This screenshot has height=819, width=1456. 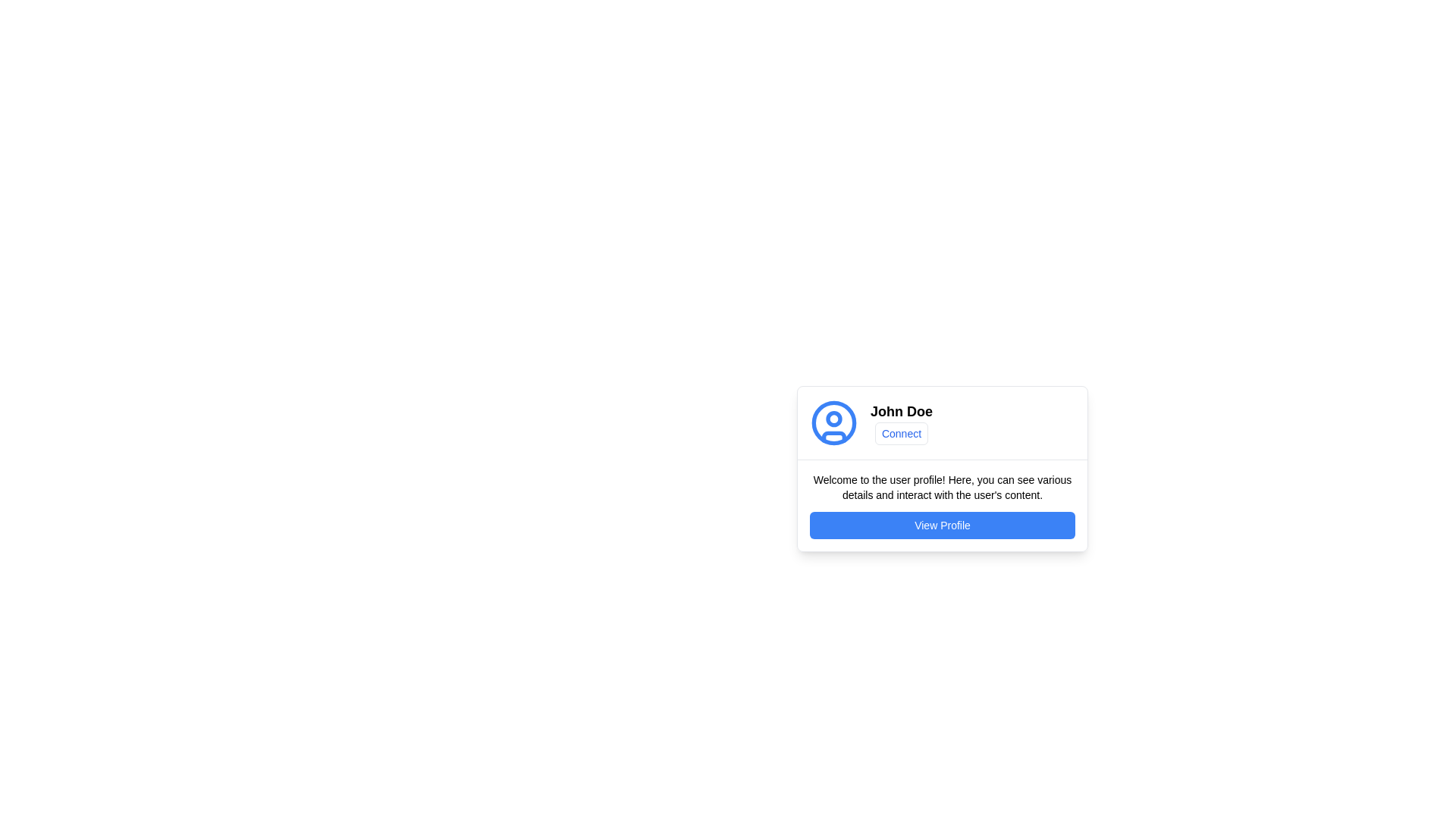 What do you see at coordinates (942, 505) in the screenshot?
I see `text description located in the user profile card, positioned below the 'John Doe' title and 'Connect' button` at bounding box center [942, 505].